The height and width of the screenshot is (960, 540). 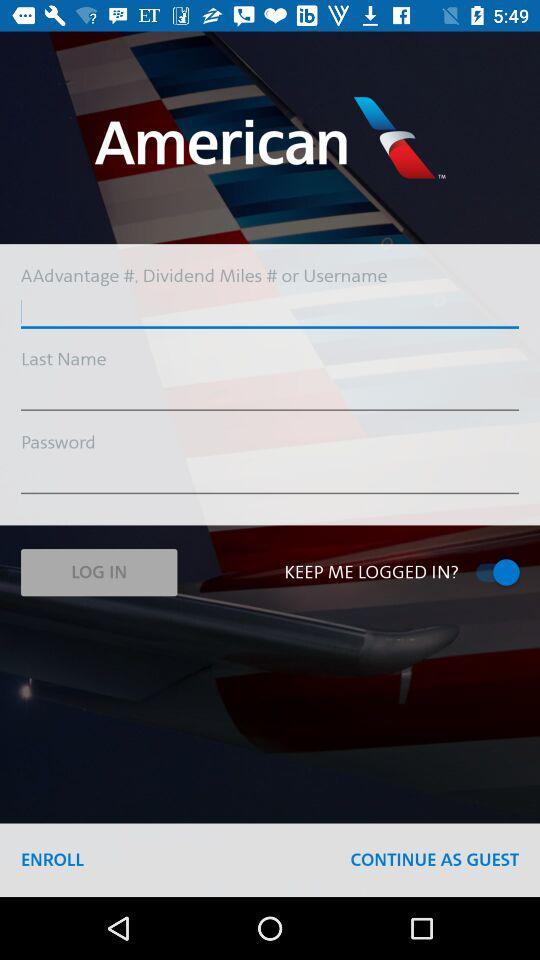 What do you see at coordinates (98, 572) in the screenshot?
I see `the icon next to keep me logged icon` at bounding box center [98, 572].